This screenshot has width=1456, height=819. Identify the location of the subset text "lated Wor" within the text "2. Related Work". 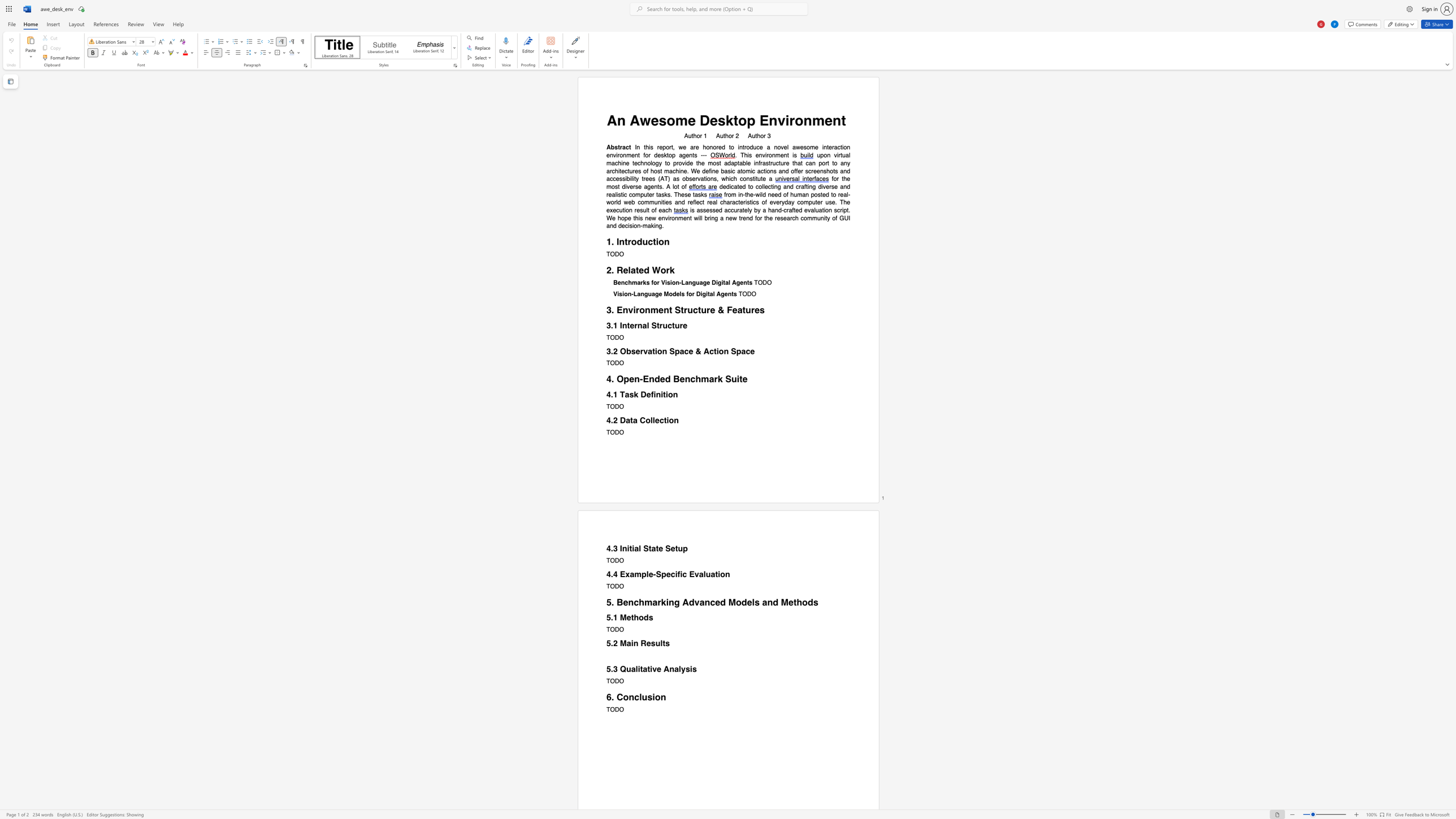
(628, 270).